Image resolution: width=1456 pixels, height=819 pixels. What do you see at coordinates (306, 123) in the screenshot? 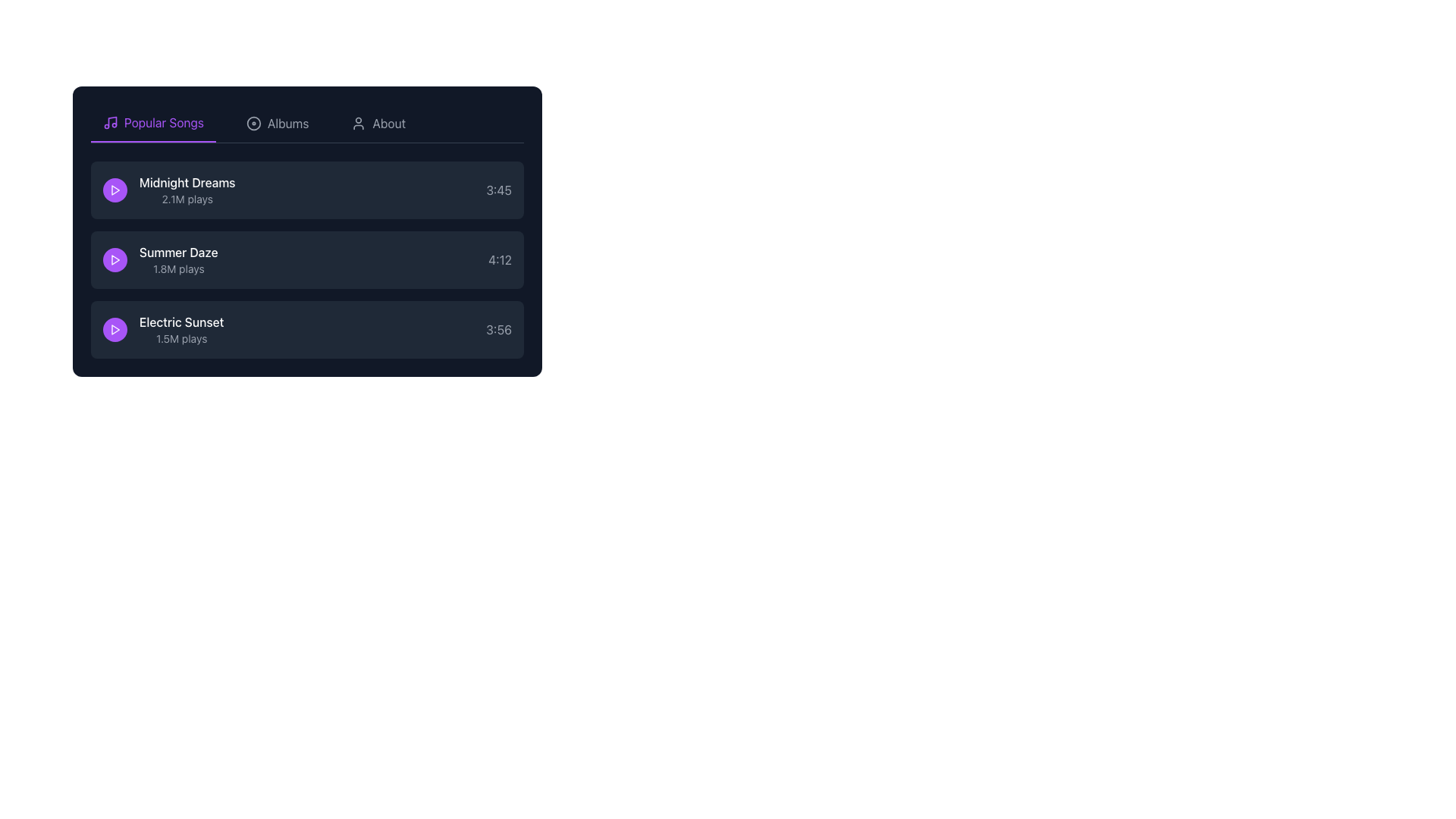
I see `the Tab navigation bar component located centrally between 'Popular Songs' and 'About'` at bounding box center [306, 123].